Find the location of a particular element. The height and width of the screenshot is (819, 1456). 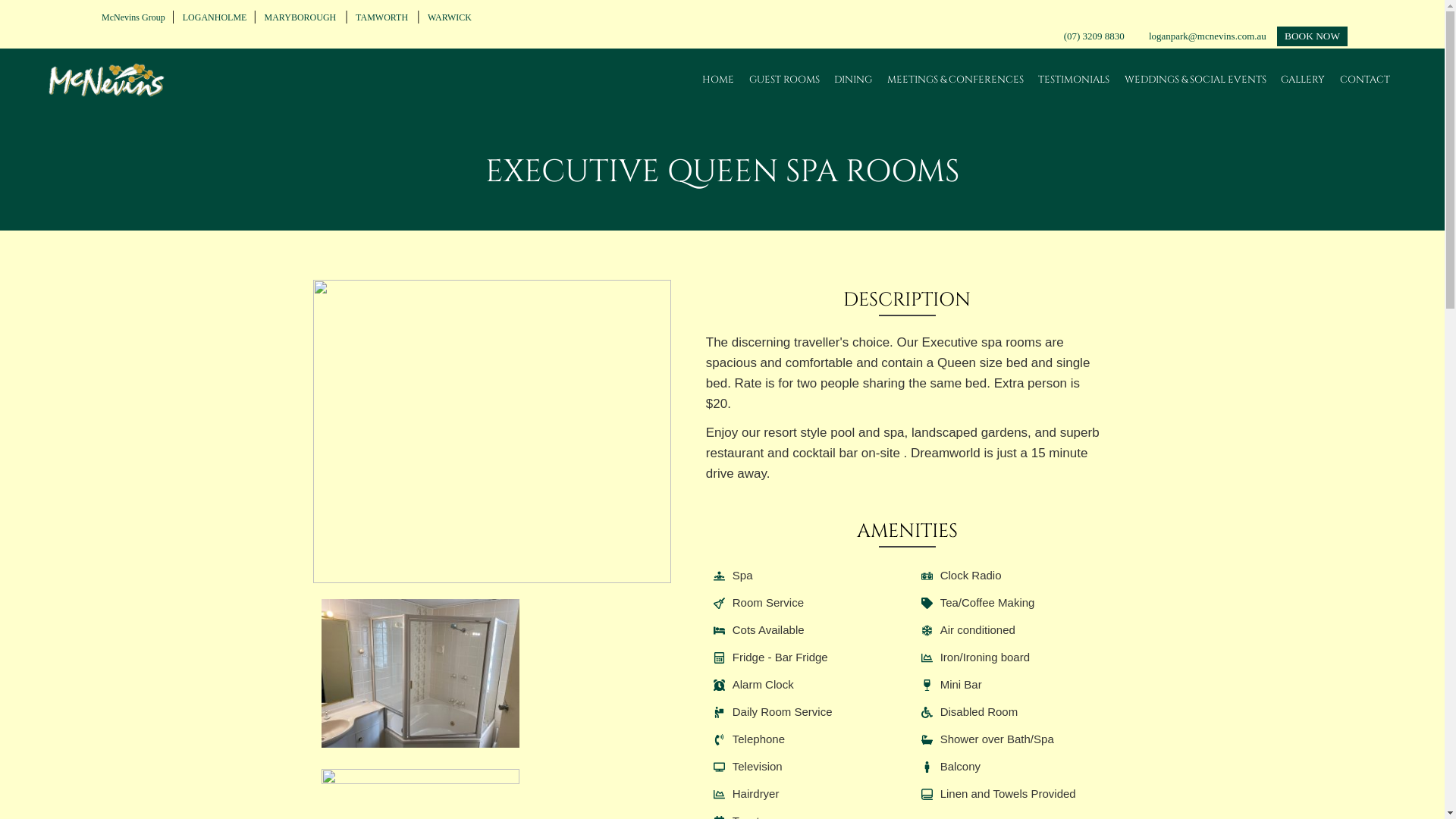

'HOME' is located at coordinates (717, 79).